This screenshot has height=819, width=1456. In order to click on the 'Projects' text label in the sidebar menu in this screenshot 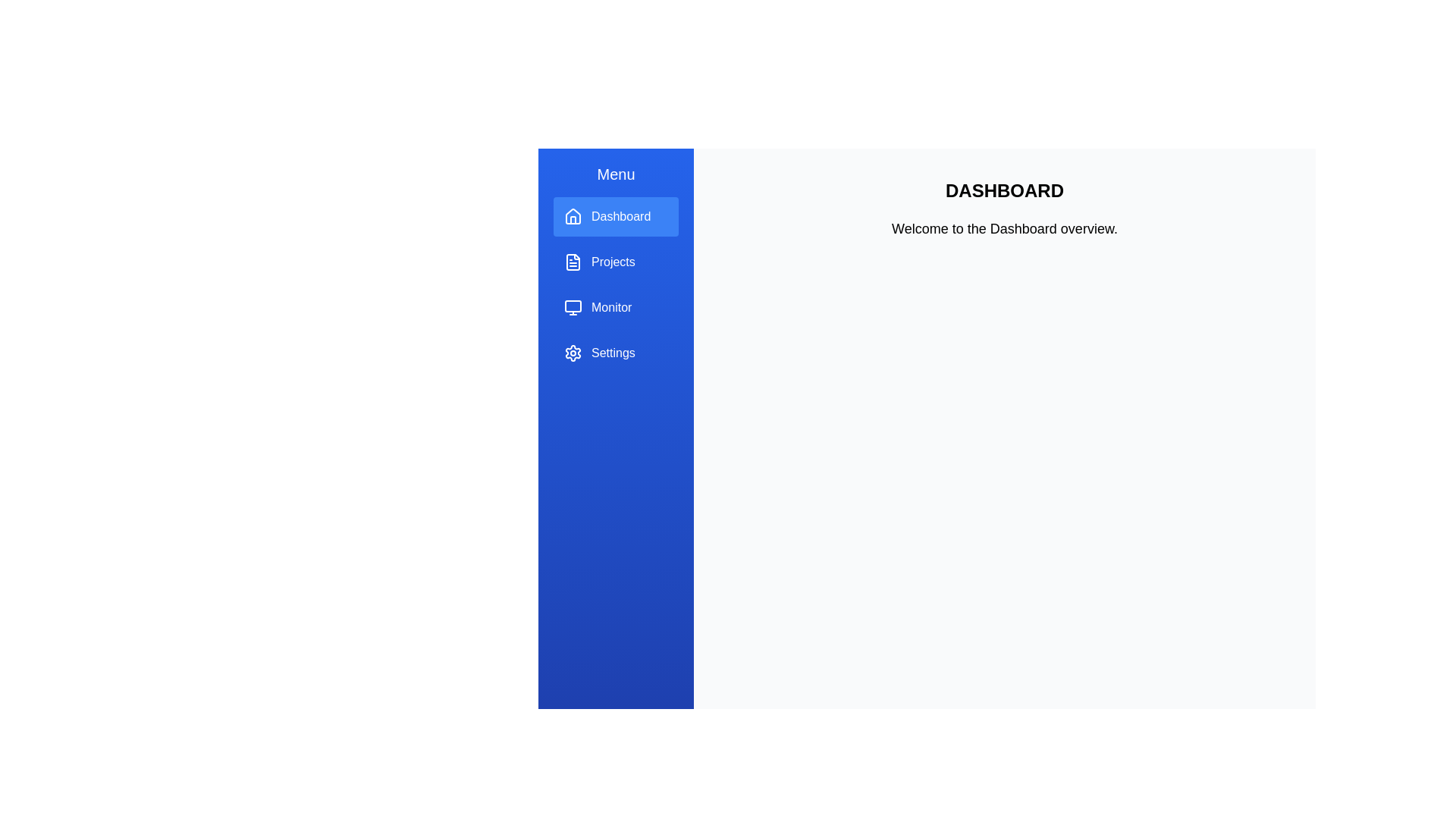, I will do `click(613, 262)`.